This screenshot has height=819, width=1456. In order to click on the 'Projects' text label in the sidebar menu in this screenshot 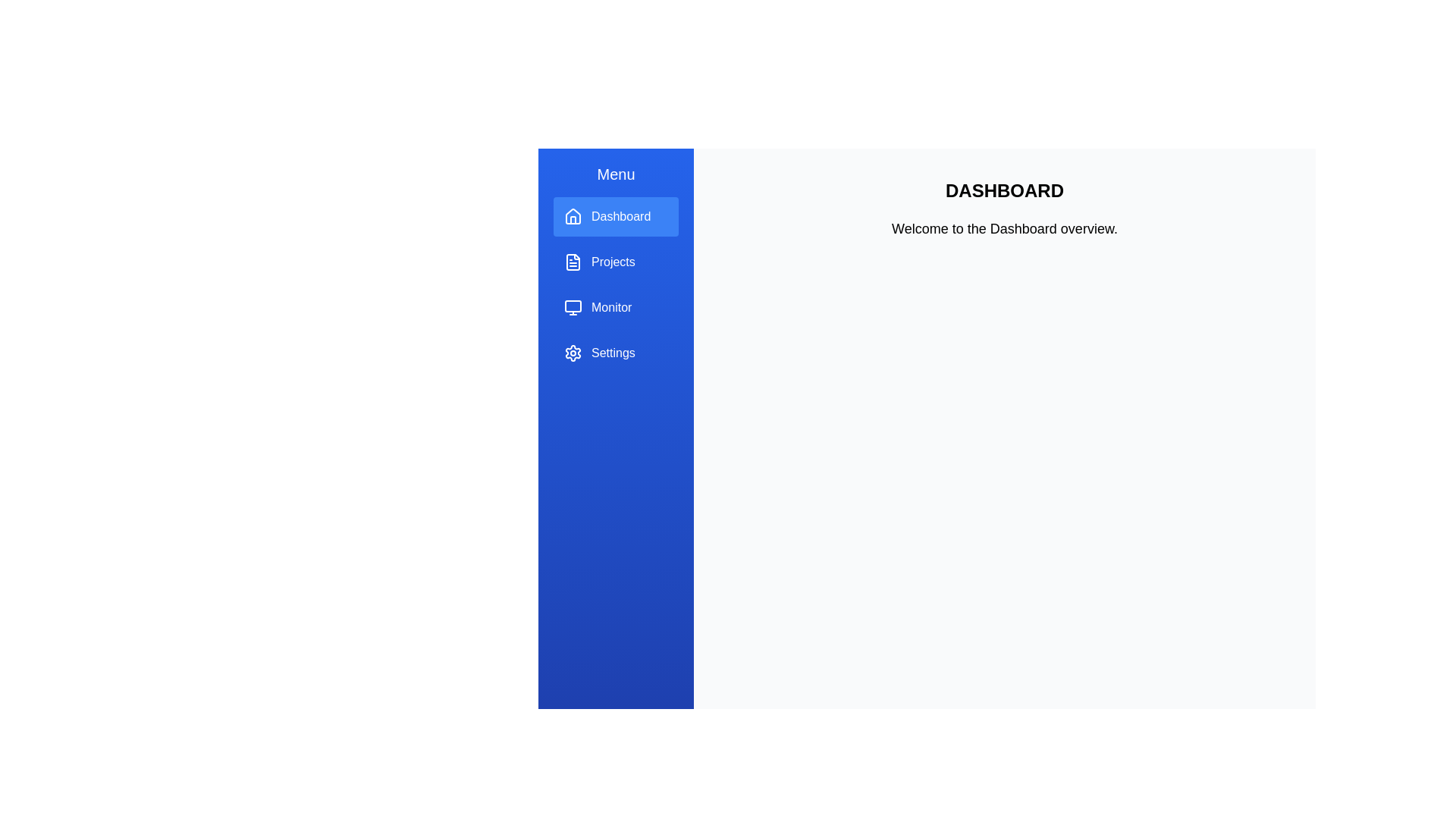, I will do `click(613, 262)`.